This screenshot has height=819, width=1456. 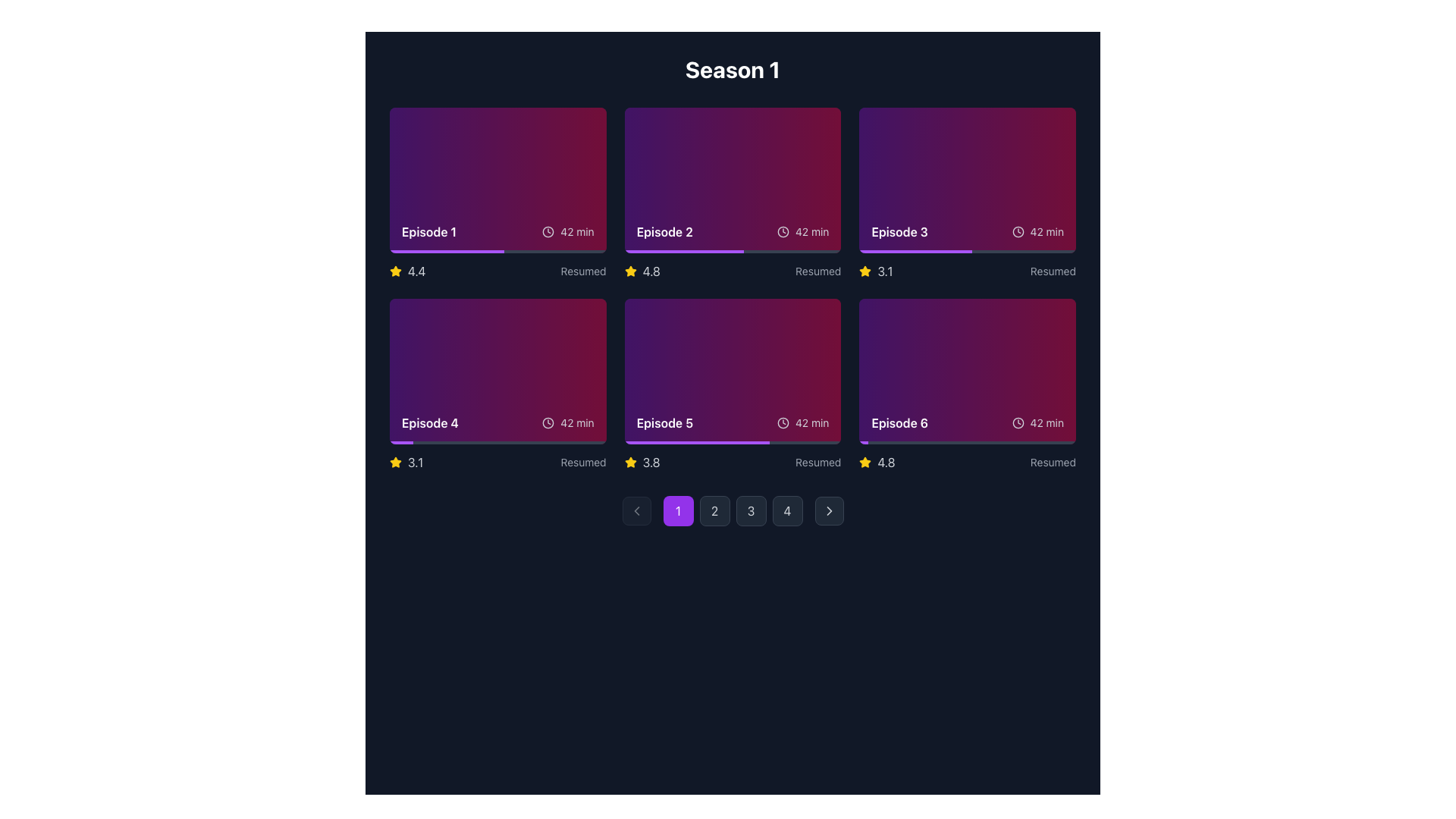 I want to click on the second card in the top row of the grid layout, so click(x=733, y=193).